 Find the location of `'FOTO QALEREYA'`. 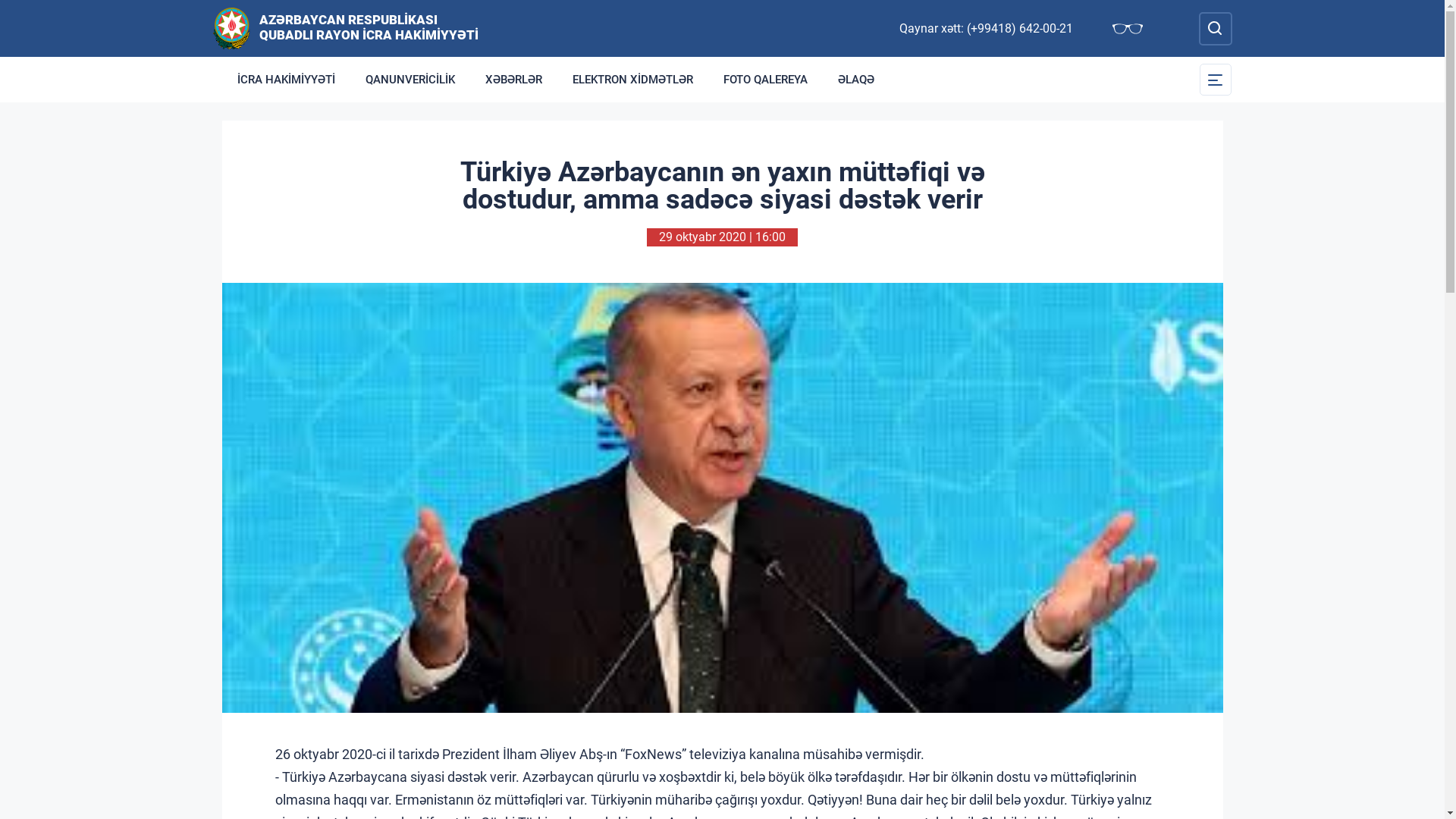

'FOTO QALEREYA' is located at coordinates (765, 79).